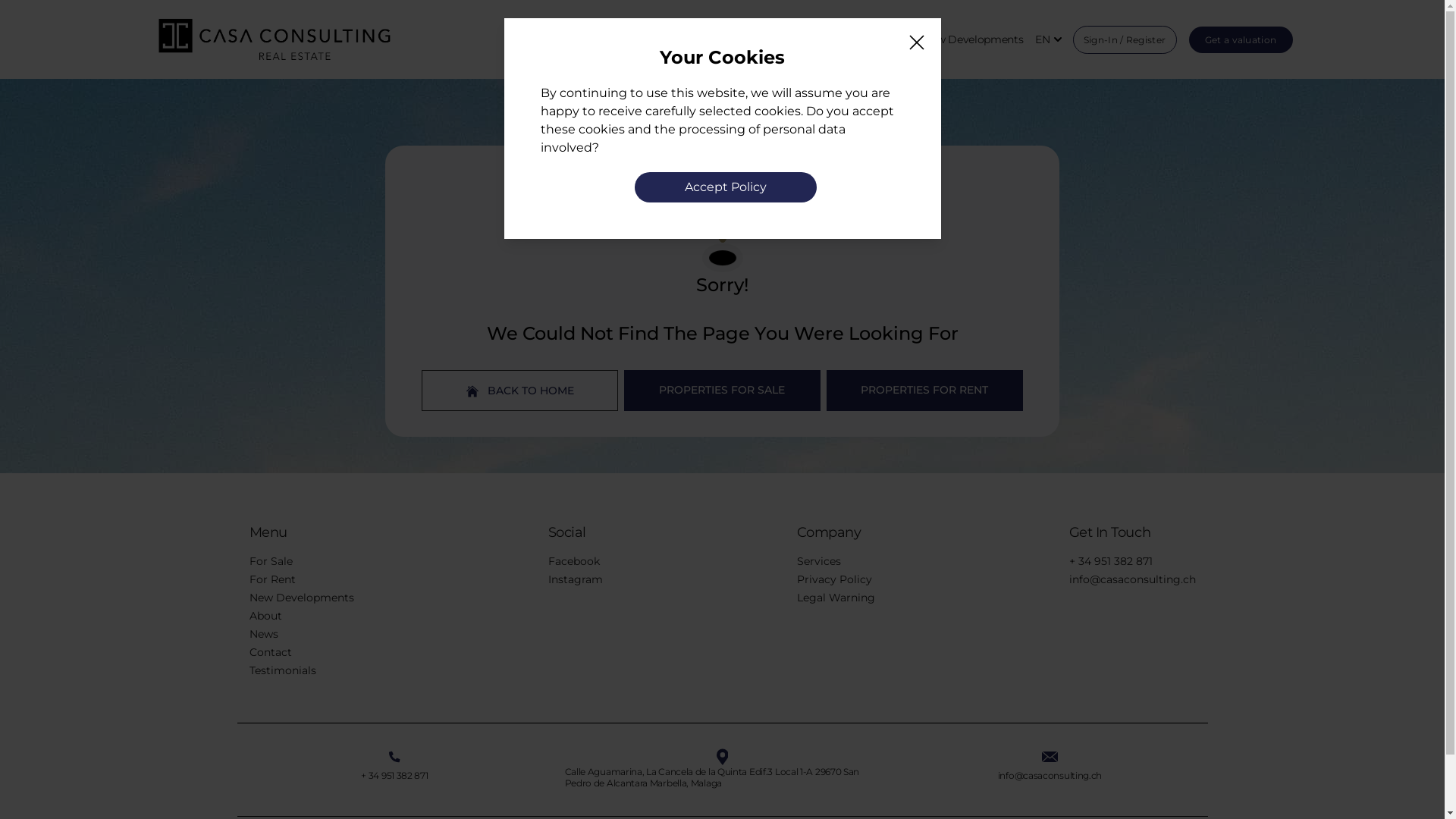 The image size is (1456, 819). Describe the element at coordinates (1110, 561) in the screenshot. I see `'+ 34 951 382 871'` at that location.